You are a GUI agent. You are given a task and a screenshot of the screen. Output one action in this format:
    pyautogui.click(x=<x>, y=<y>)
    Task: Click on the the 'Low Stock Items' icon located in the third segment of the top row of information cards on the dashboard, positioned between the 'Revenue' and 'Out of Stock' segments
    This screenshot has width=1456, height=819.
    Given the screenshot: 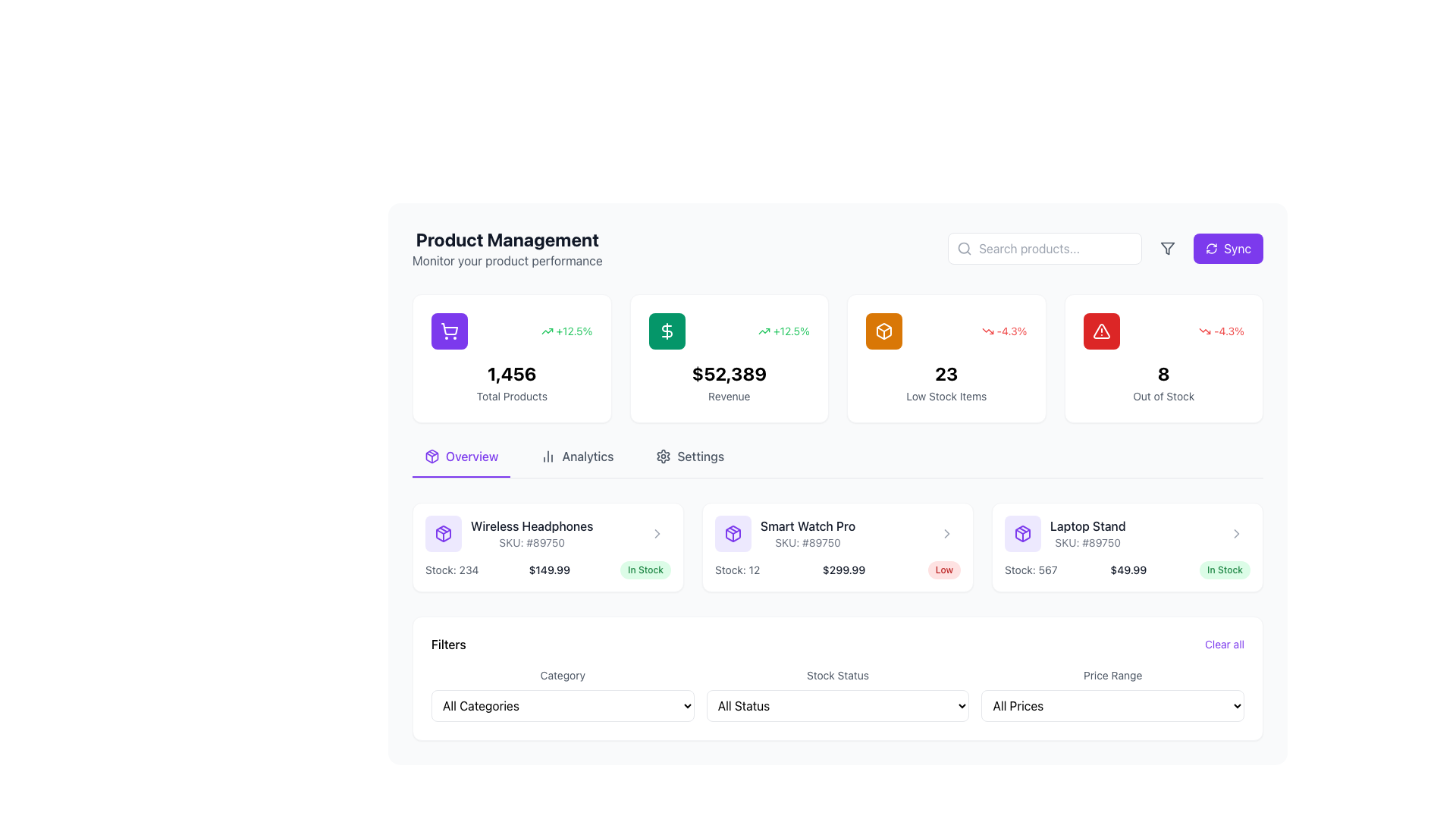 What is the action you would take?
    pyautogui.click(x=884, y=330)
    